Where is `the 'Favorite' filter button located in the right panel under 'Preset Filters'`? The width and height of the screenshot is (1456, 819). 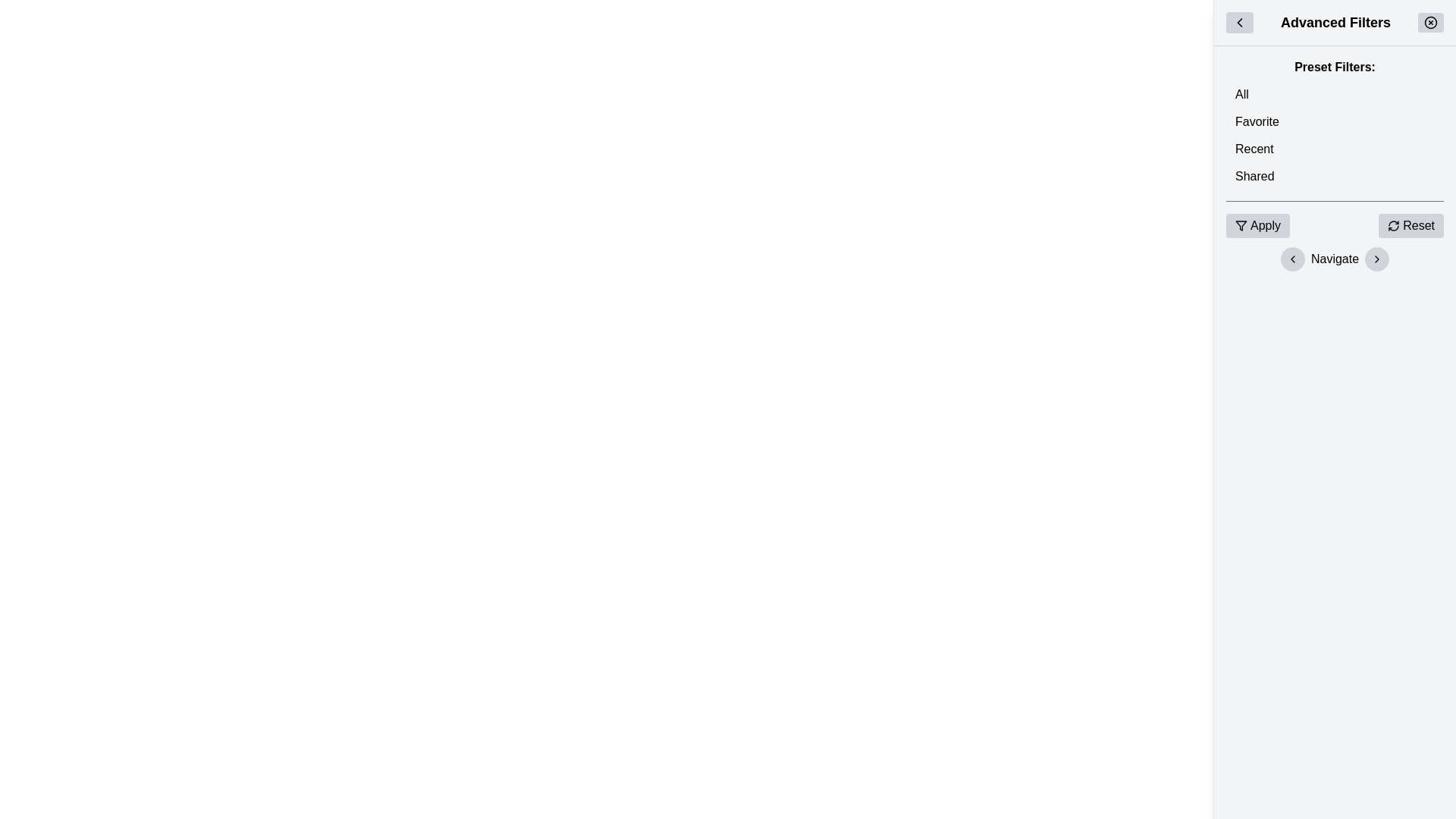
the 'Favorite' filter button located in the right panel under 'Preset Filters' is located at coordinates (1335, 121).